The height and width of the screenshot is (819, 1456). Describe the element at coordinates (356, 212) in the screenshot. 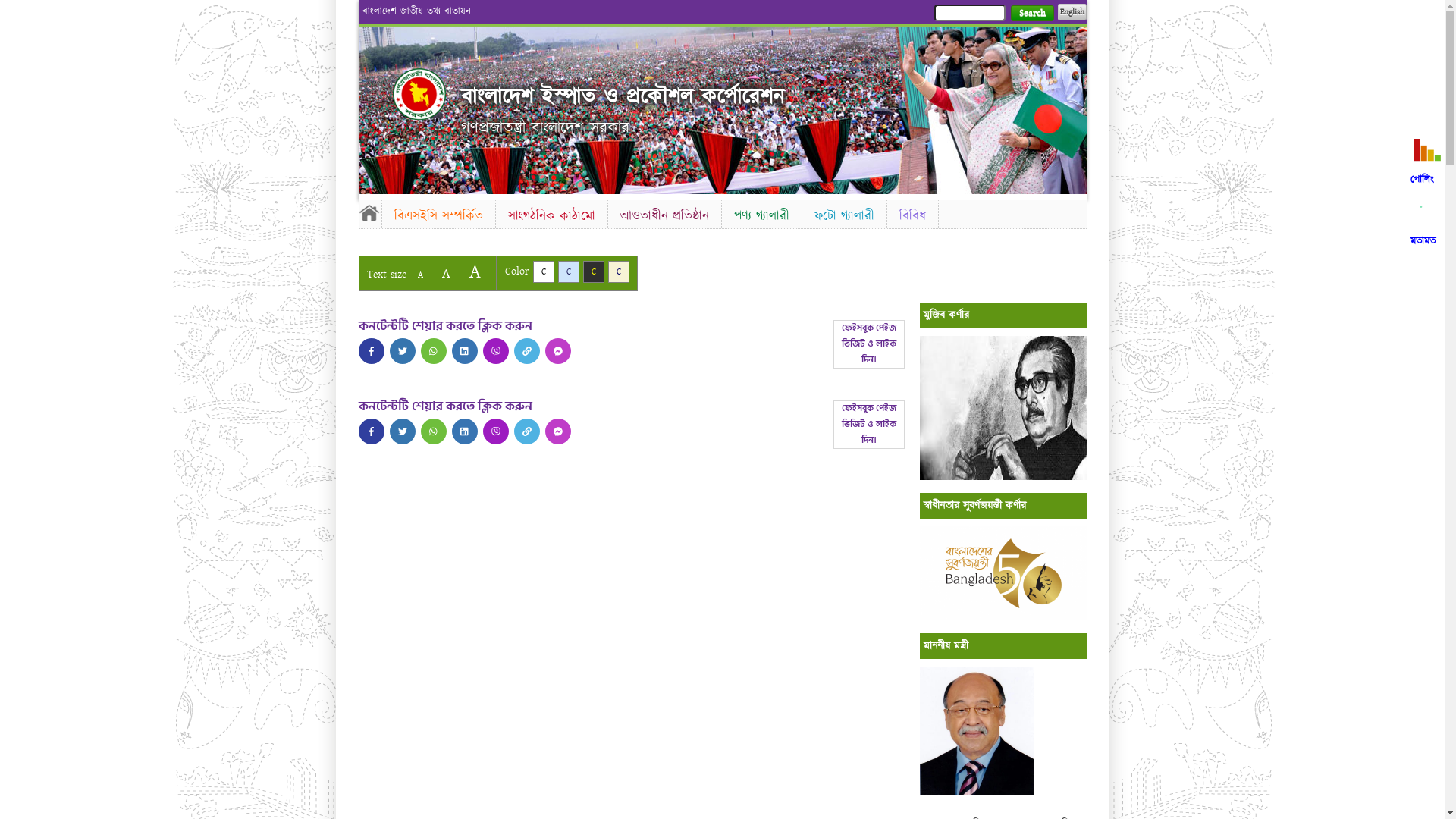

I see `'Home'` at that location.